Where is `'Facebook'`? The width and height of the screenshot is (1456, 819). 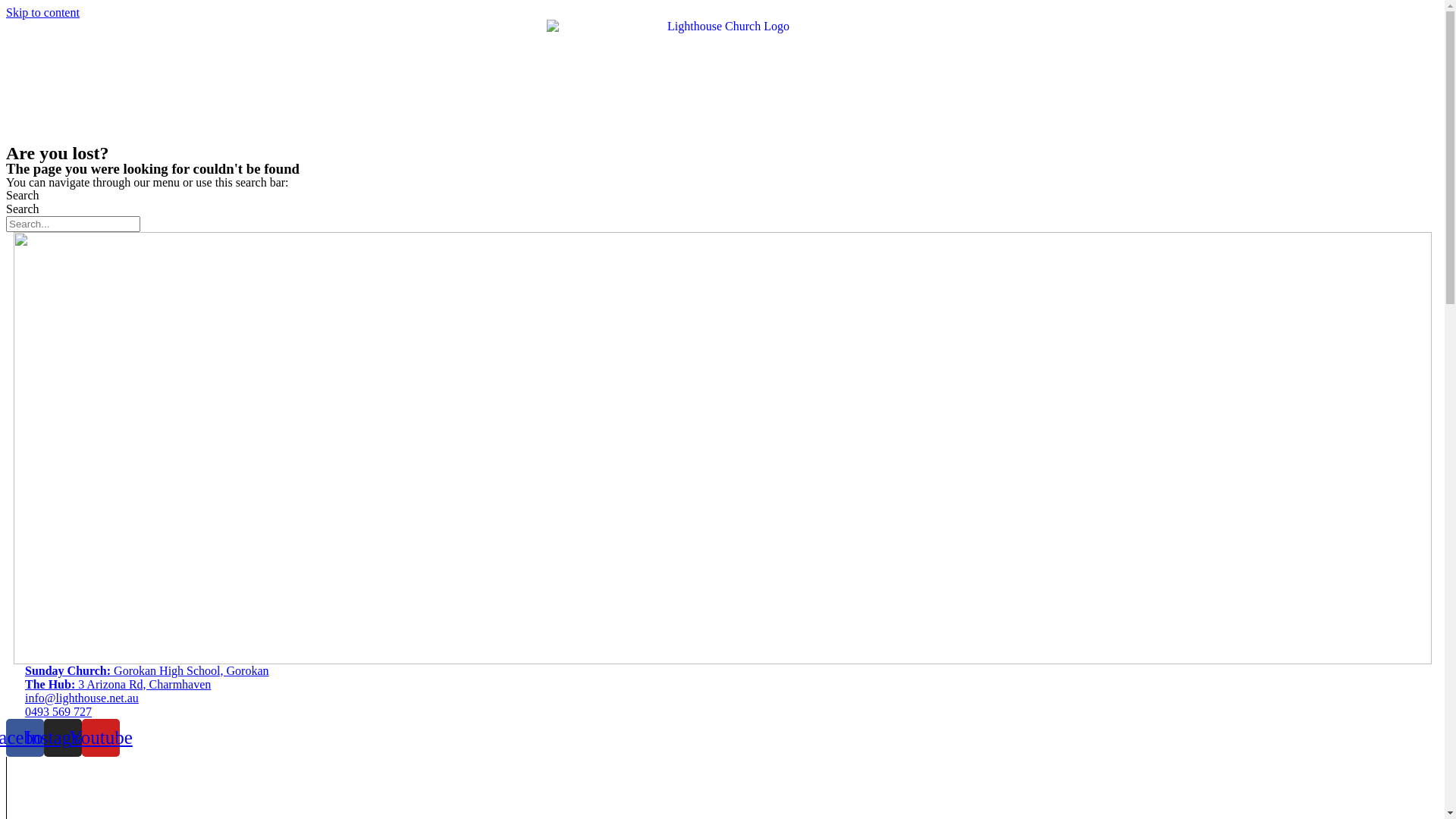 'Facebook' is located at coordinates (25, 736).